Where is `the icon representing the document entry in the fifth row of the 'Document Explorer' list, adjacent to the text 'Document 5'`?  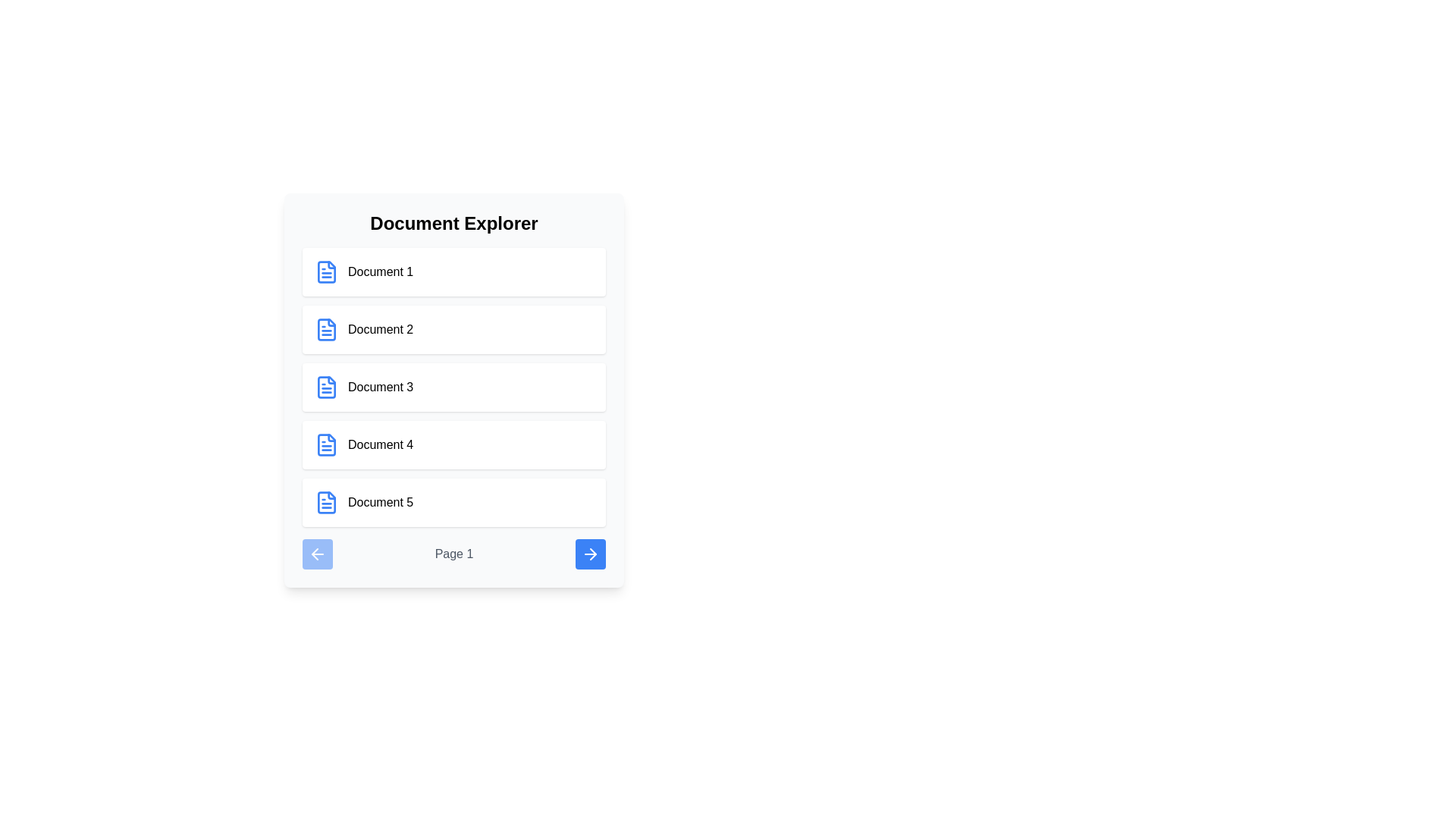 the icon representing the document entry in the fifth row of the 'Document Explorer' list, adjacent to the text 'Document 5' is located at coordinates (326, 503).